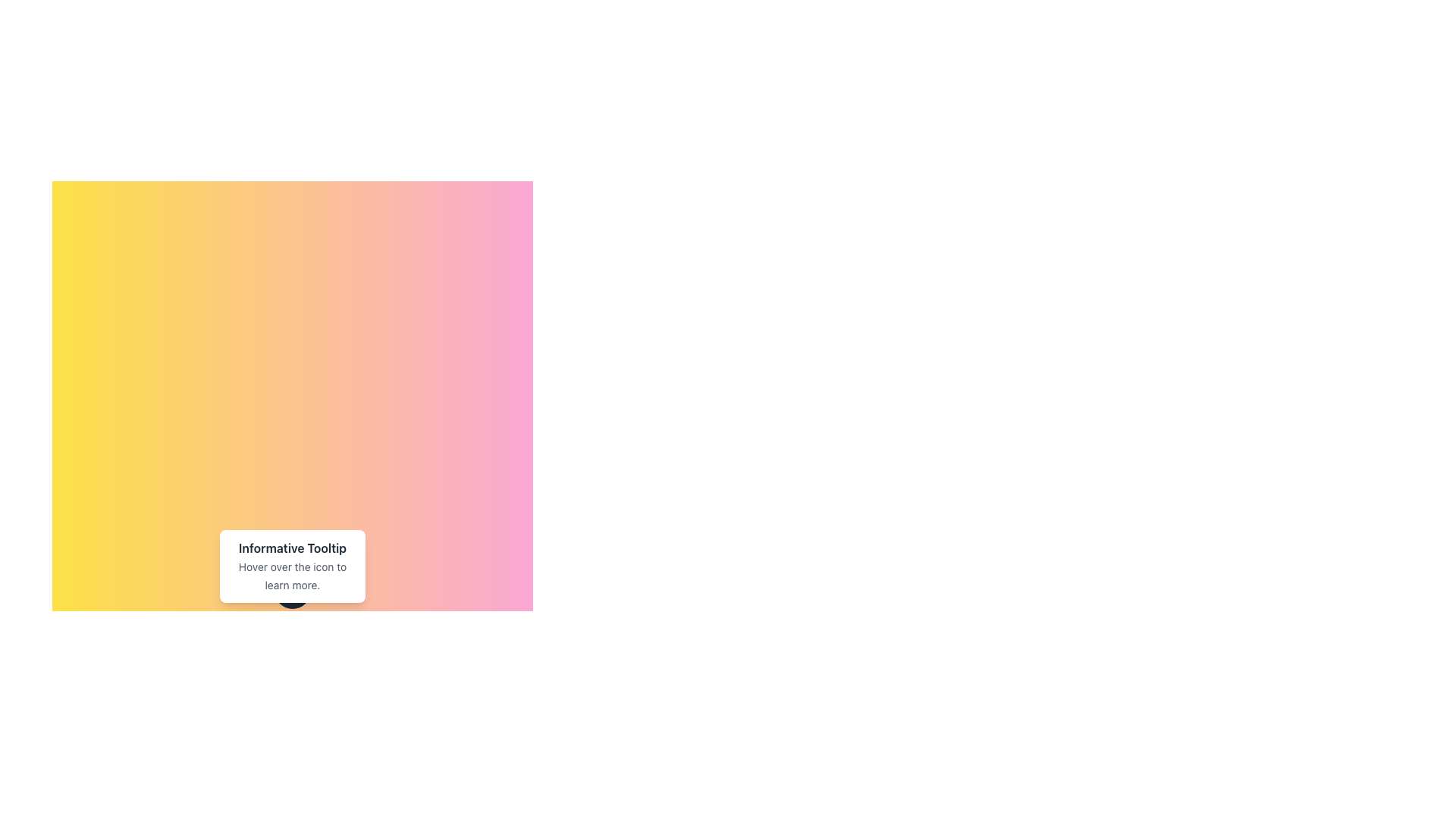 The height and width of the screenshot is (819, 1456). Describe the element at coordinates (292, 548) in the screenshot. I see `the title text label of the tooltip that provides a descriptive heading for the associated information or action` at that location.